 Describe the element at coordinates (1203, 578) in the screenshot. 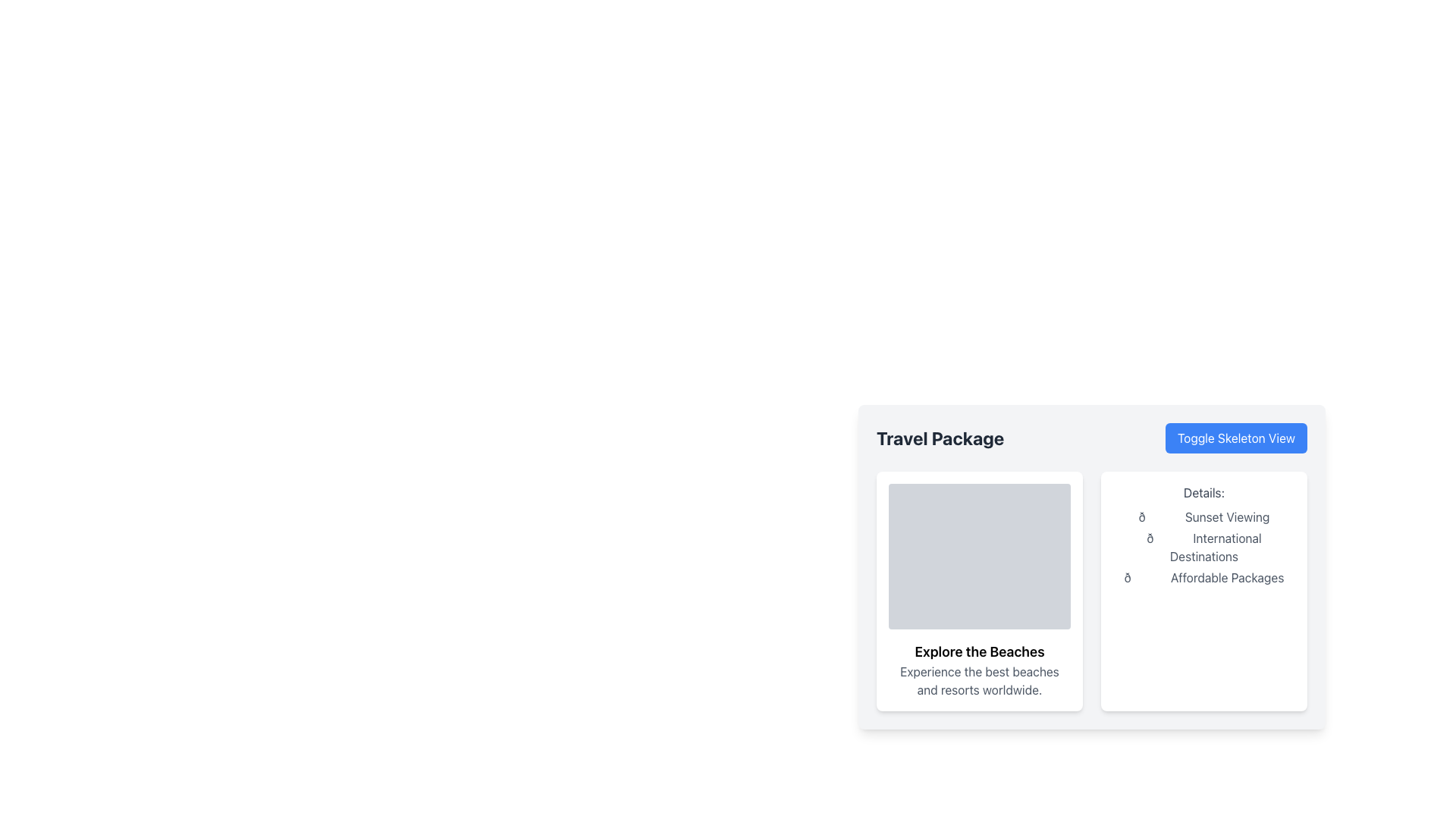

I see `the Text Label element displaying '🌞 Affordable Packages', which is the third item in a vertical list under the 'Details' heading` at that location.